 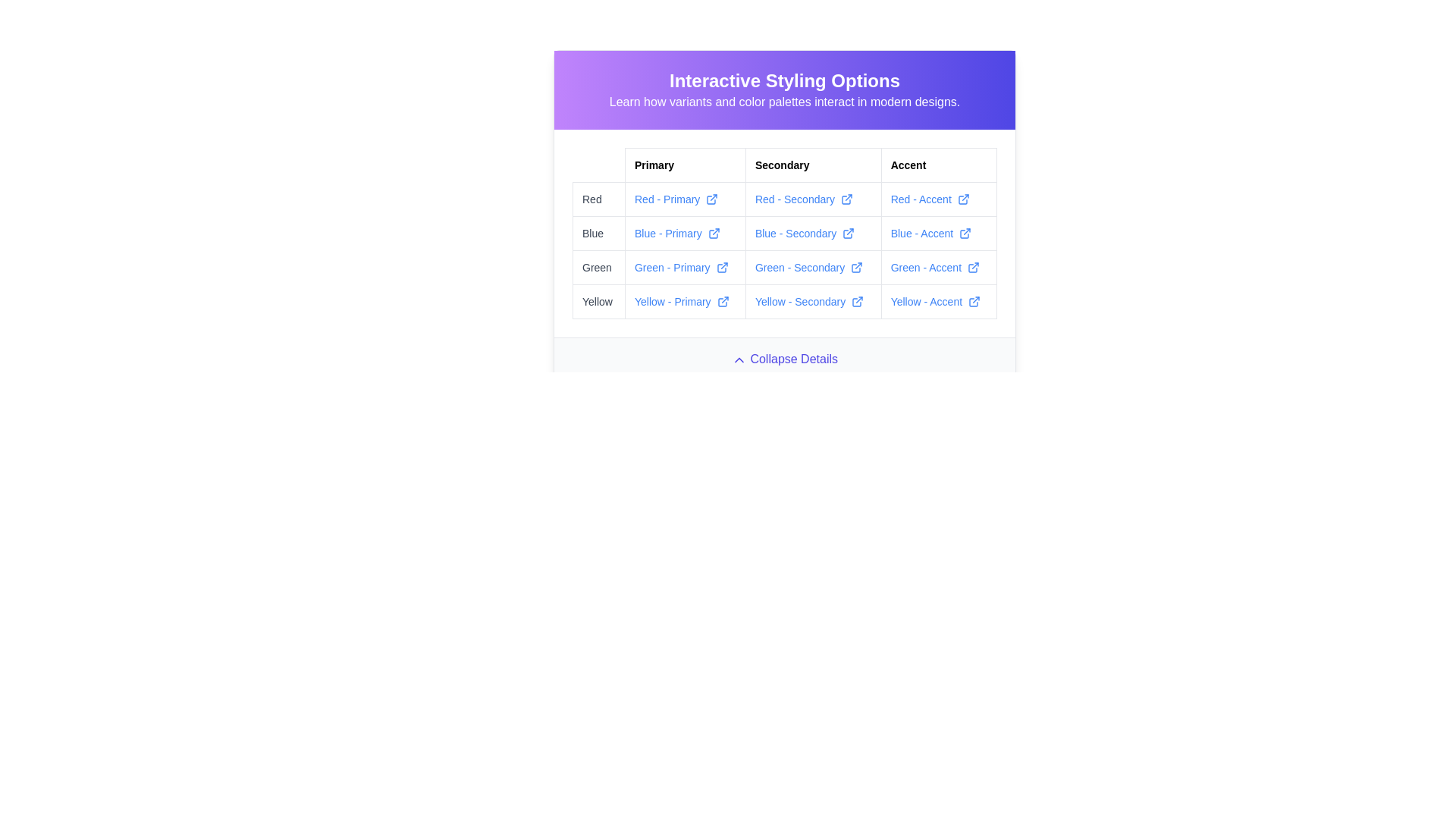 I want to click on the clickable link displaying 'Yellow - Accent' in the bottom-right cell of the table, so click(x=934, y=301).